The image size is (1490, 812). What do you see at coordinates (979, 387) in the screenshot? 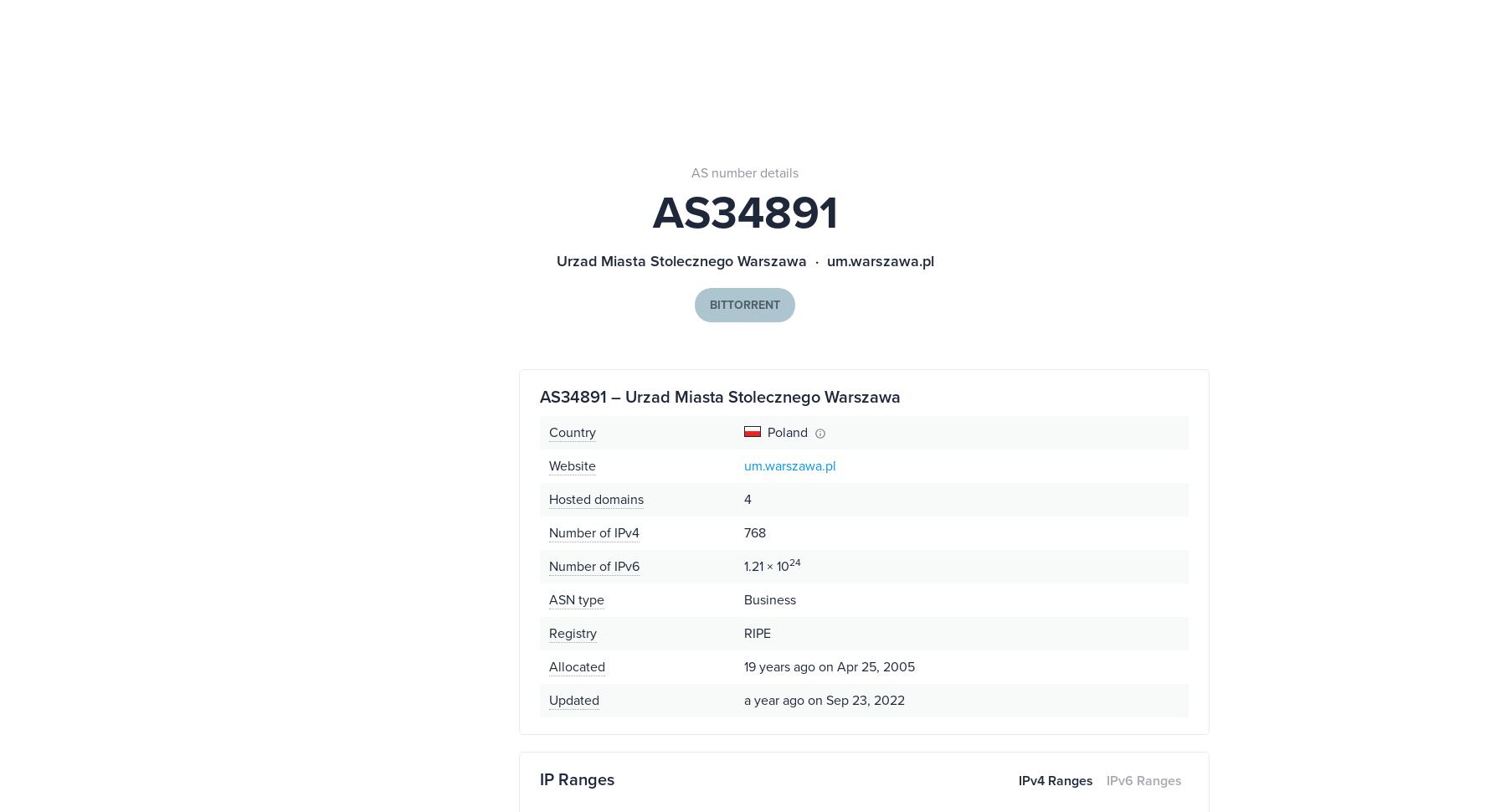
I see `'The ASN details will often correspond to the IP address owner, but
                for smaller organizations it may be that organization's parent, or their ISP. Find
                out more about AS34891 at'` at bounding box center [979, 387].